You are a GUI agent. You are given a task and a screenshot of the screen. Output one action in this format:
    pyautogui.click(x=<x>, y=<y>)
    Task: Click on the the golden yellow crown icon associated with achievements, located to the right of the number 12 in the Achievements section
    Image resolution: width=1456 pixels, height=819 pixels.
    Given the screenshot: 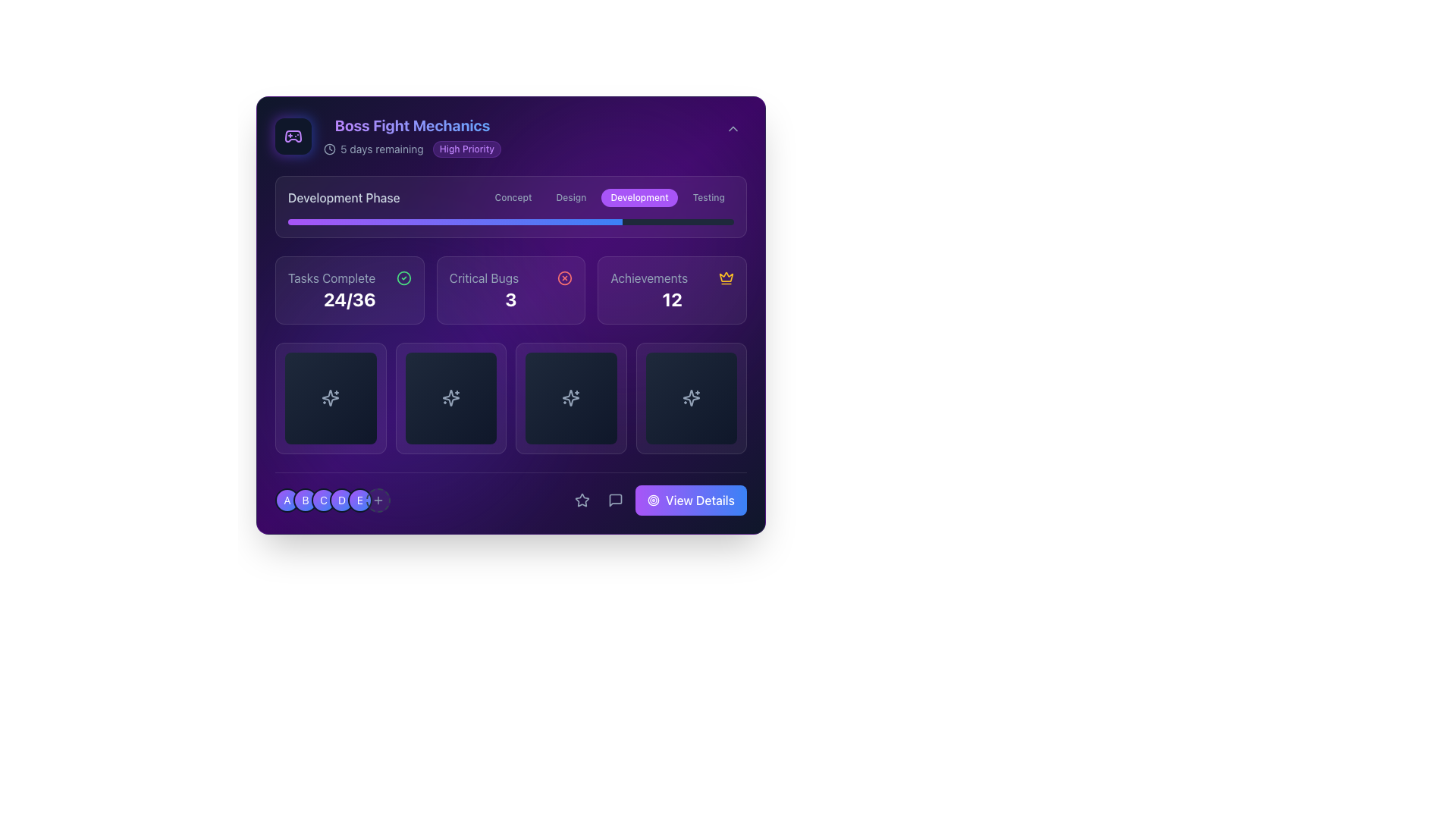 What is the action you would take?
    pyautogui.click(x=726, y=277)
    